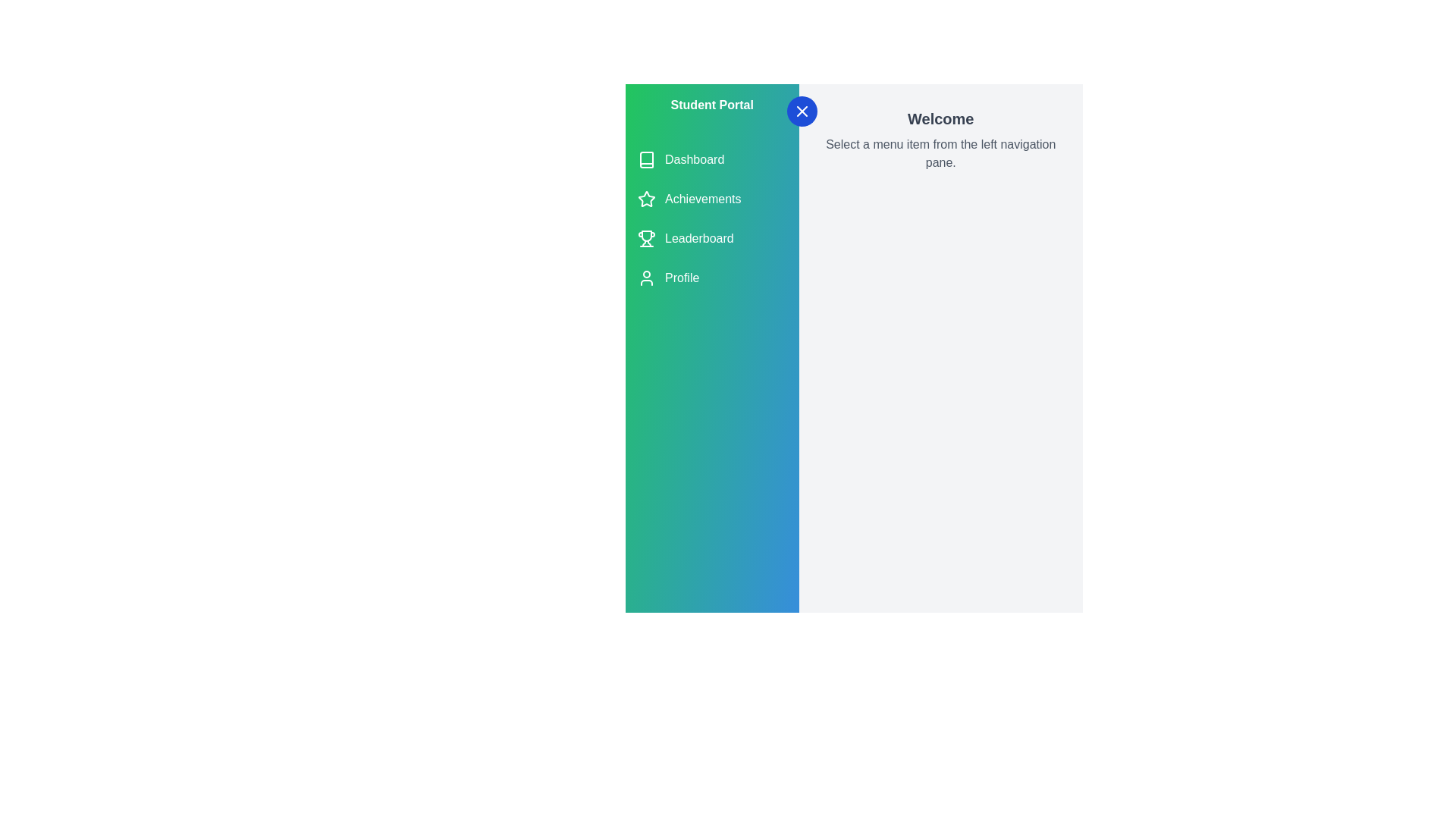  I want to click on the menu item Dashboard from the navigation list, so click(711, 160).